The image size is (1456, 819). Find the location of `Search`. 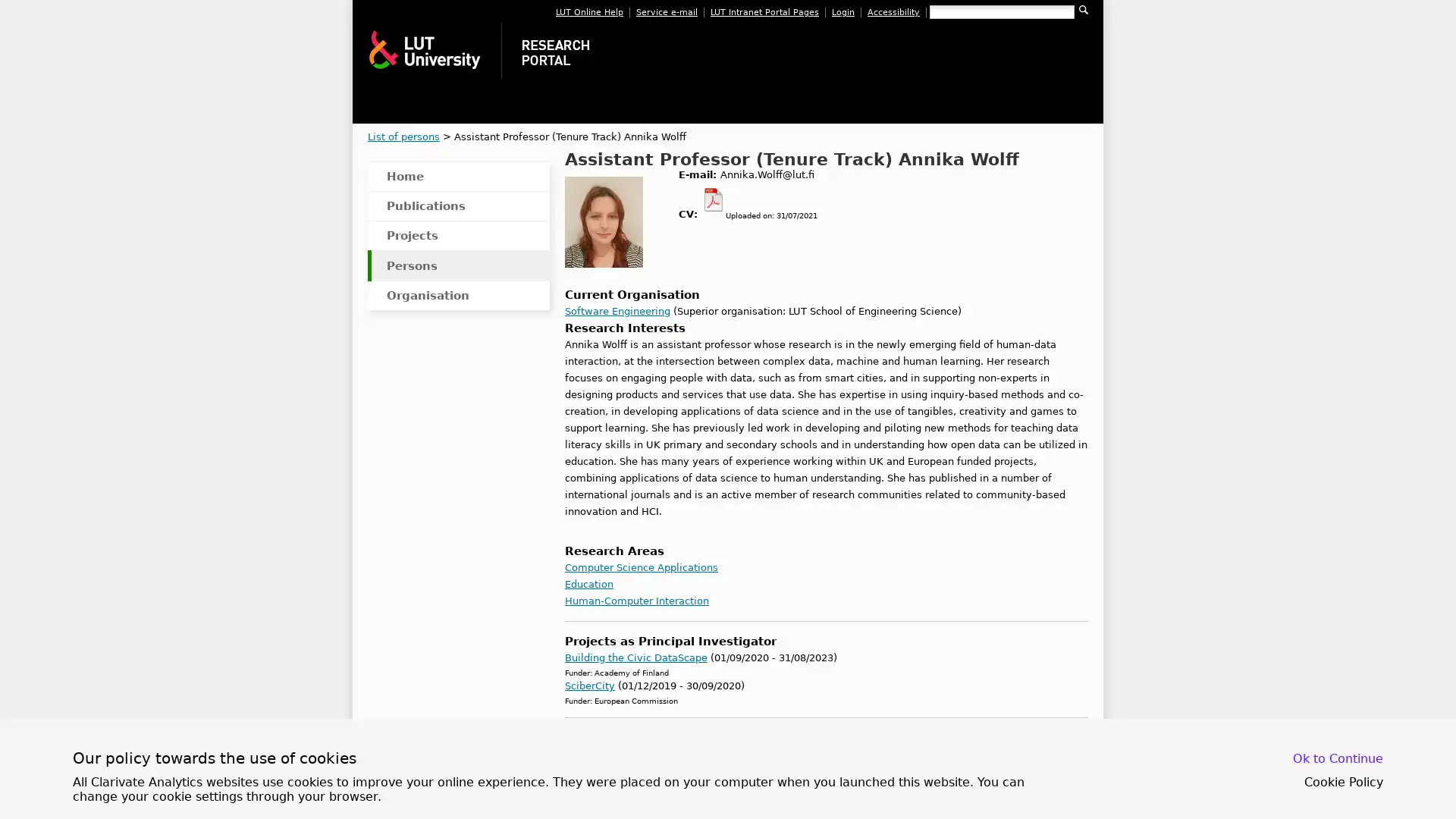

Search is located at coordinates (1083, 9).